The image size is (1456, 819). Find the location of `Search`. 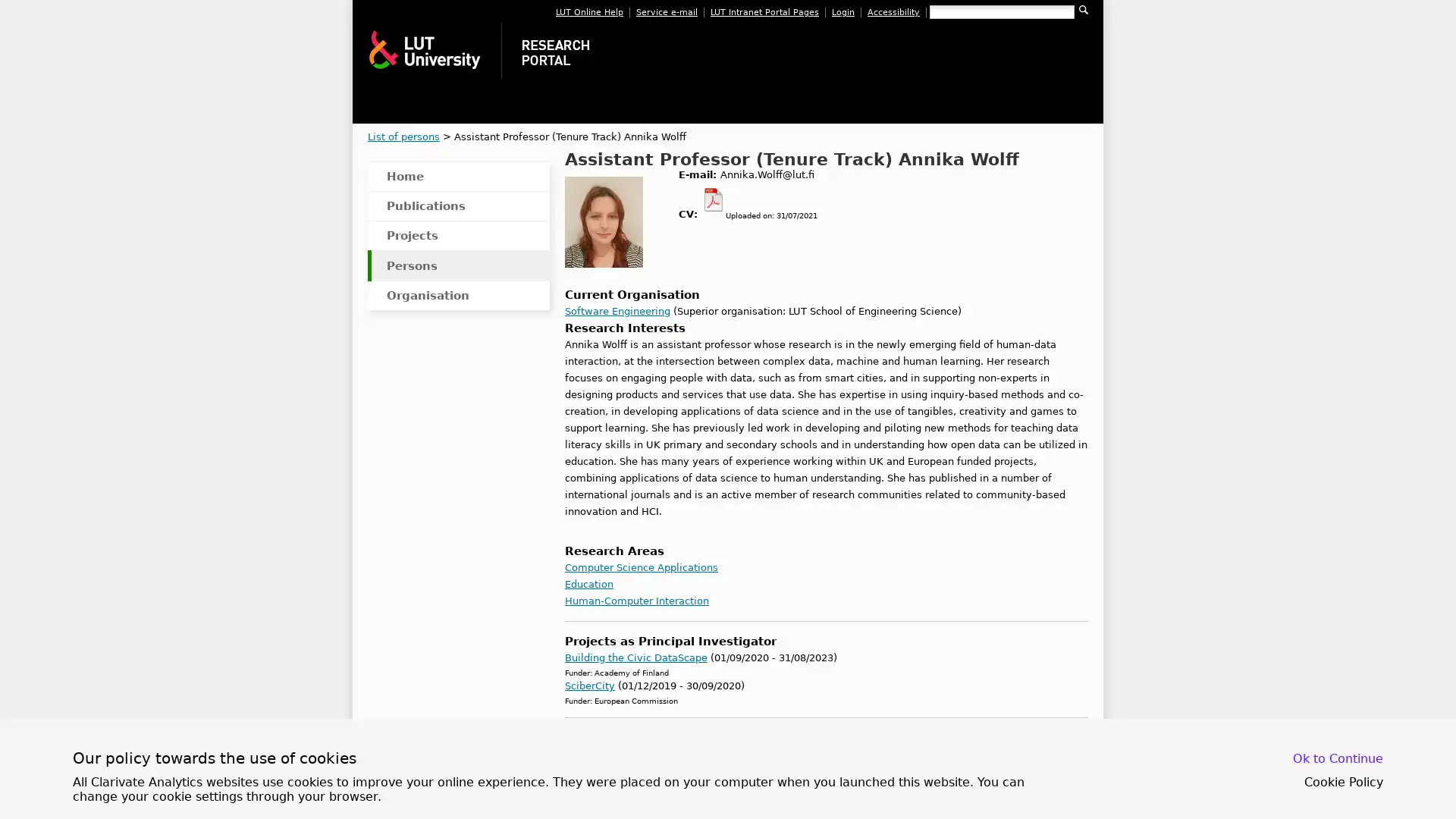

Search is located at coordinates (1083, 9).